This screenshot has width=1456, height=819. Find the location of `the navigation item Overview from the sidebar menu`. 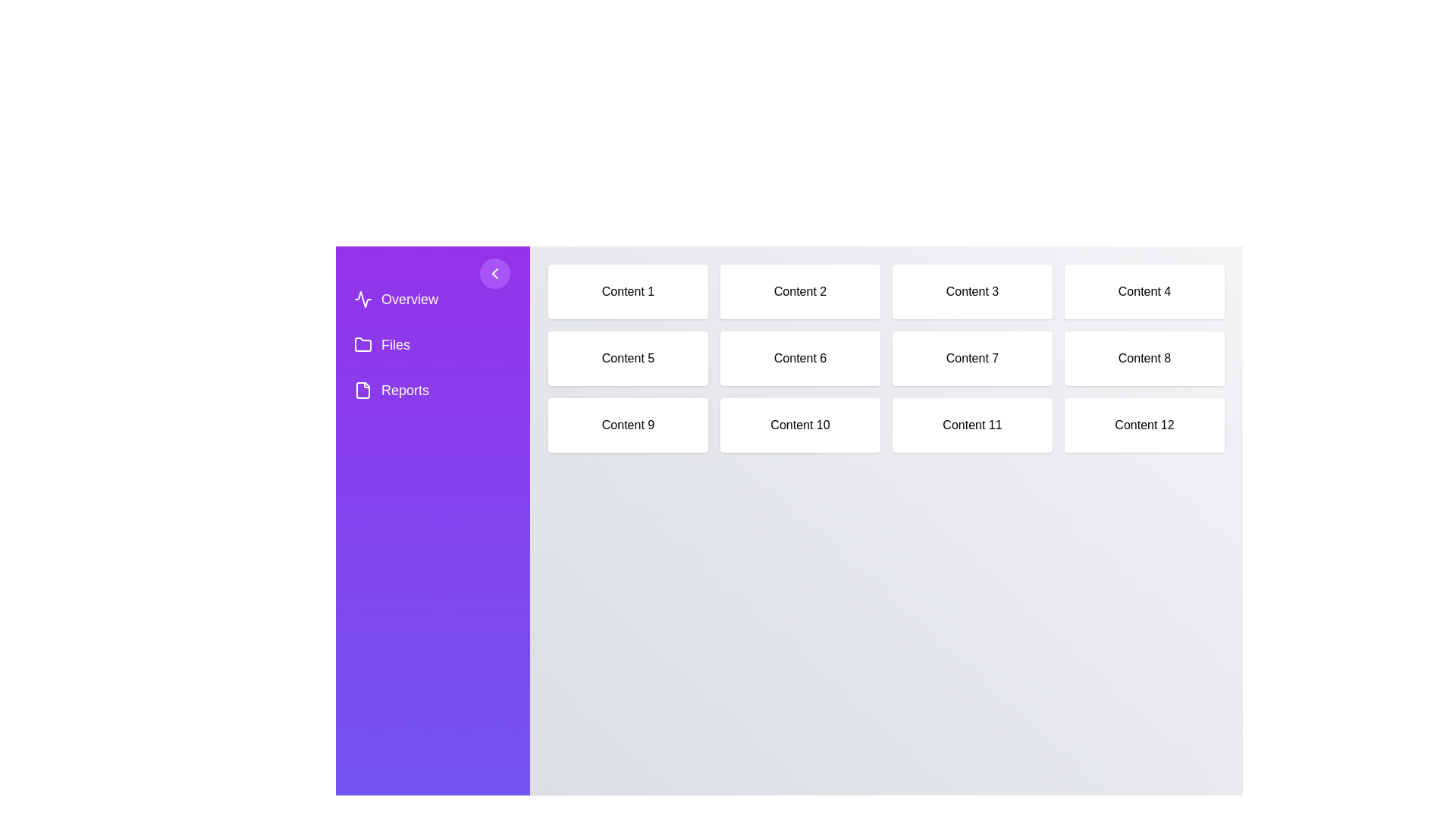

the navigation item Overview from the sidebar menu is located at coordinates (432, 299).